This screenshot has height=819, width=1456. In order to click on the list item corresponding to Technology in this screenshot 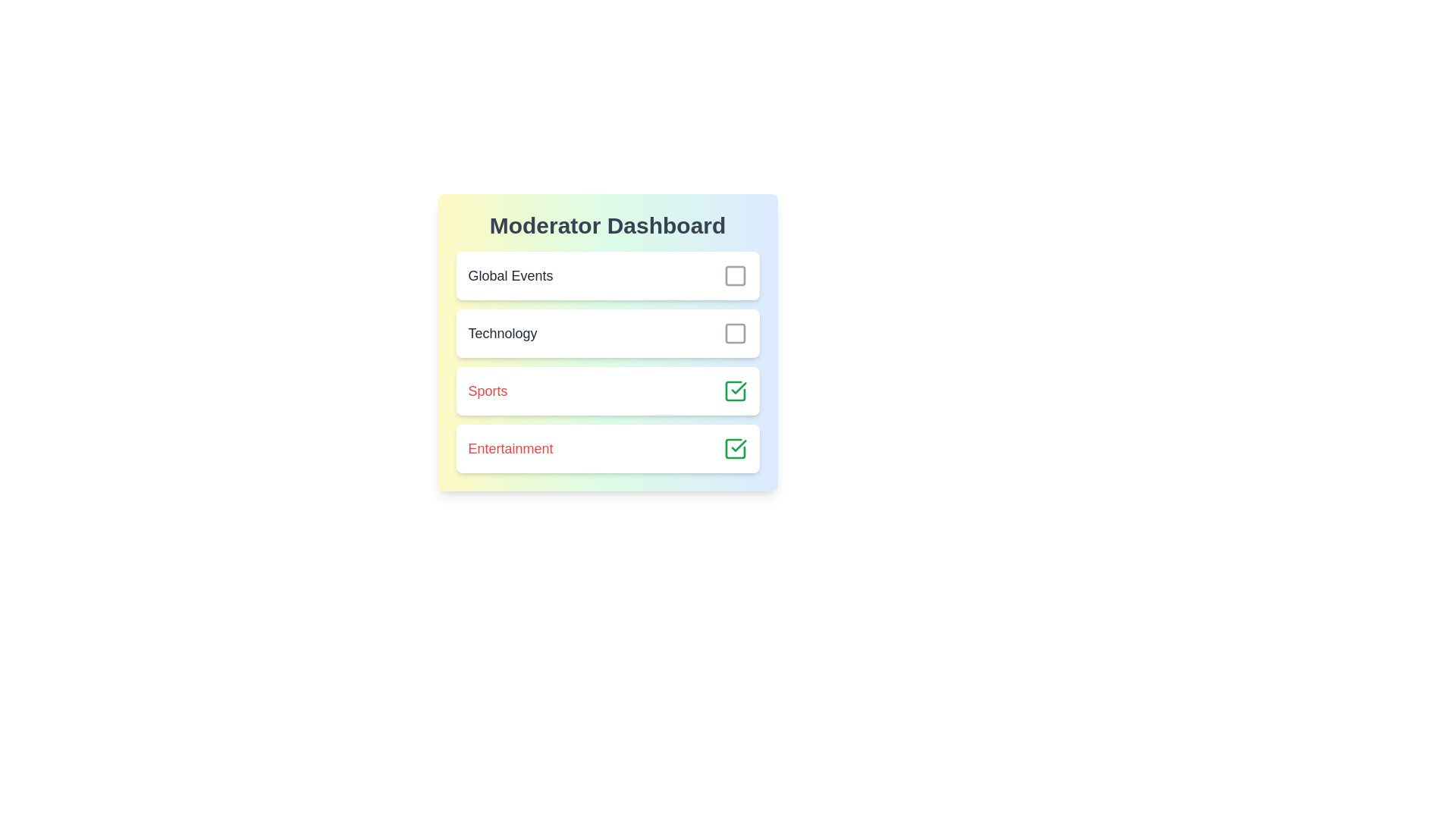, I will do `click(607, 332)`.